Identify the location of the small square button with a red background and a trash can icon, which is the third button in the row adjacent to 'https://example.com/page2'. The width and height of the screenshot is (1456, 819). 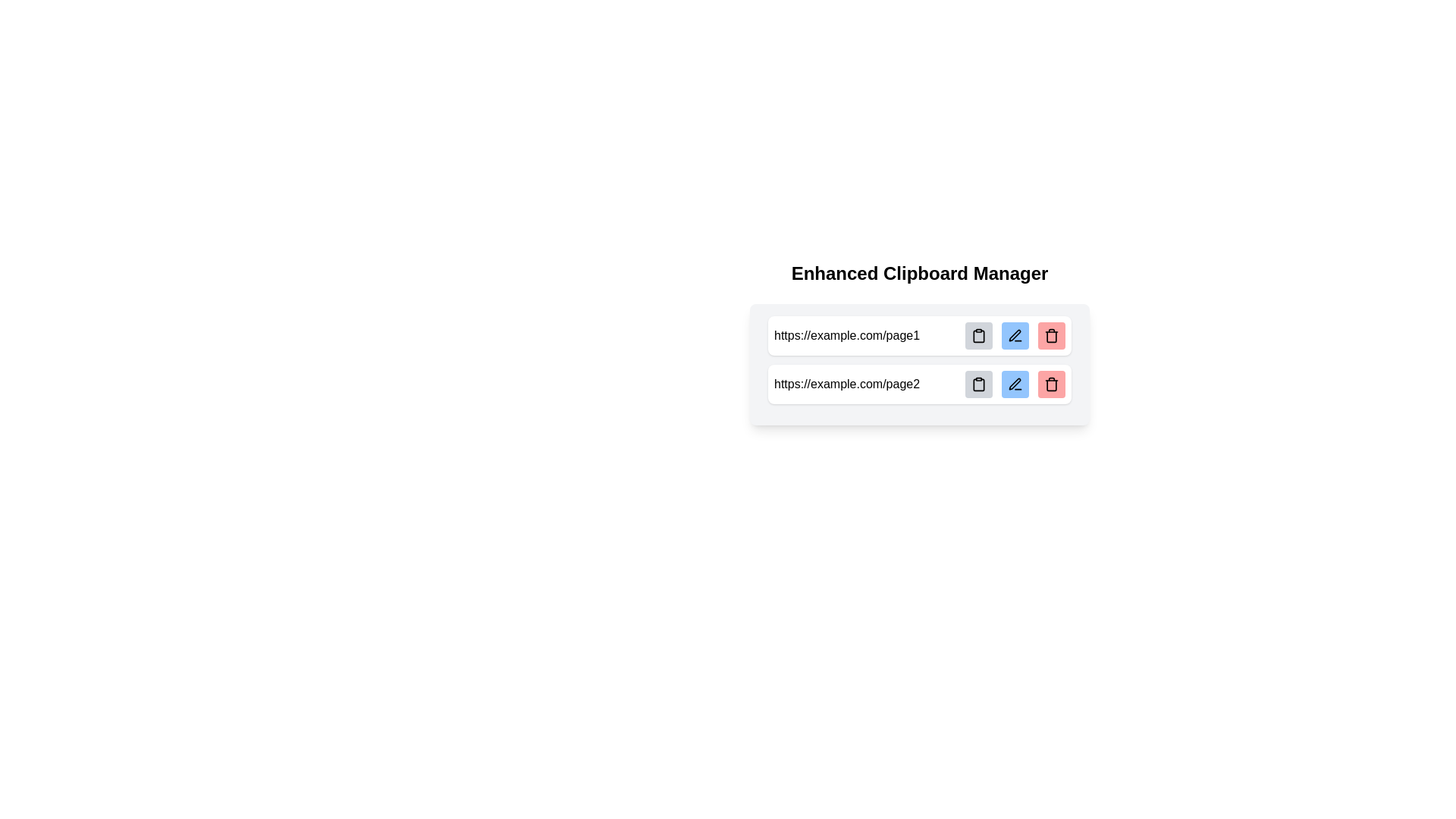
(1051, 383).